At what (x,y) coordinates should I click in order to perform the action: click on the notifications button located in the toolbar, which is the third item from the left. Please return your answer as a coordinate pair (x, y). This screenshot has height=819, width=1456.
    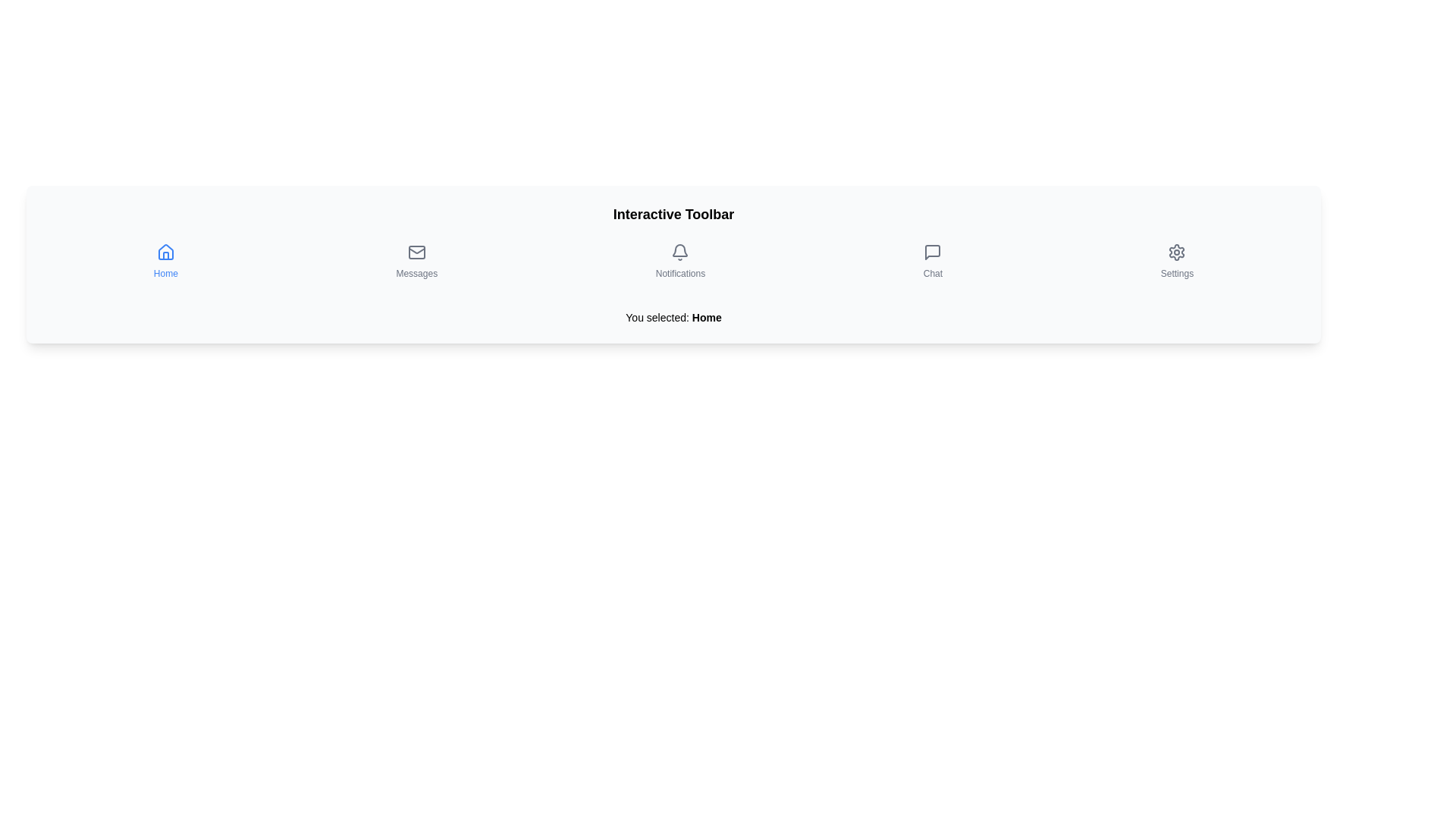
    Looking at the image, I should click on (679, 260).